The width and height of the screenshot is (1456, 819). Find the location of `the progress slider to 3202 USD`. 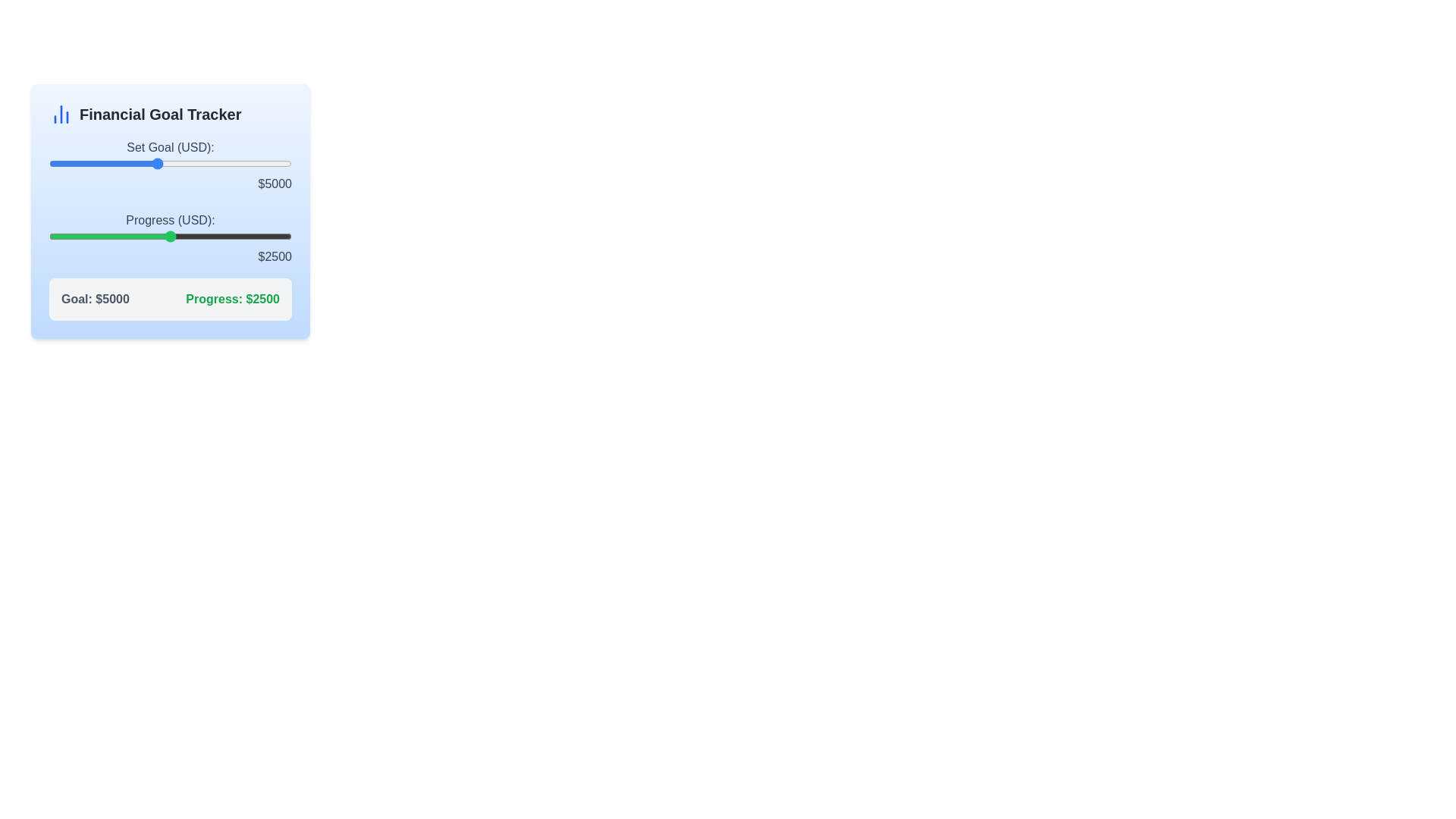

the progress slider to 3202 USD is located at coordinates (203, 237).